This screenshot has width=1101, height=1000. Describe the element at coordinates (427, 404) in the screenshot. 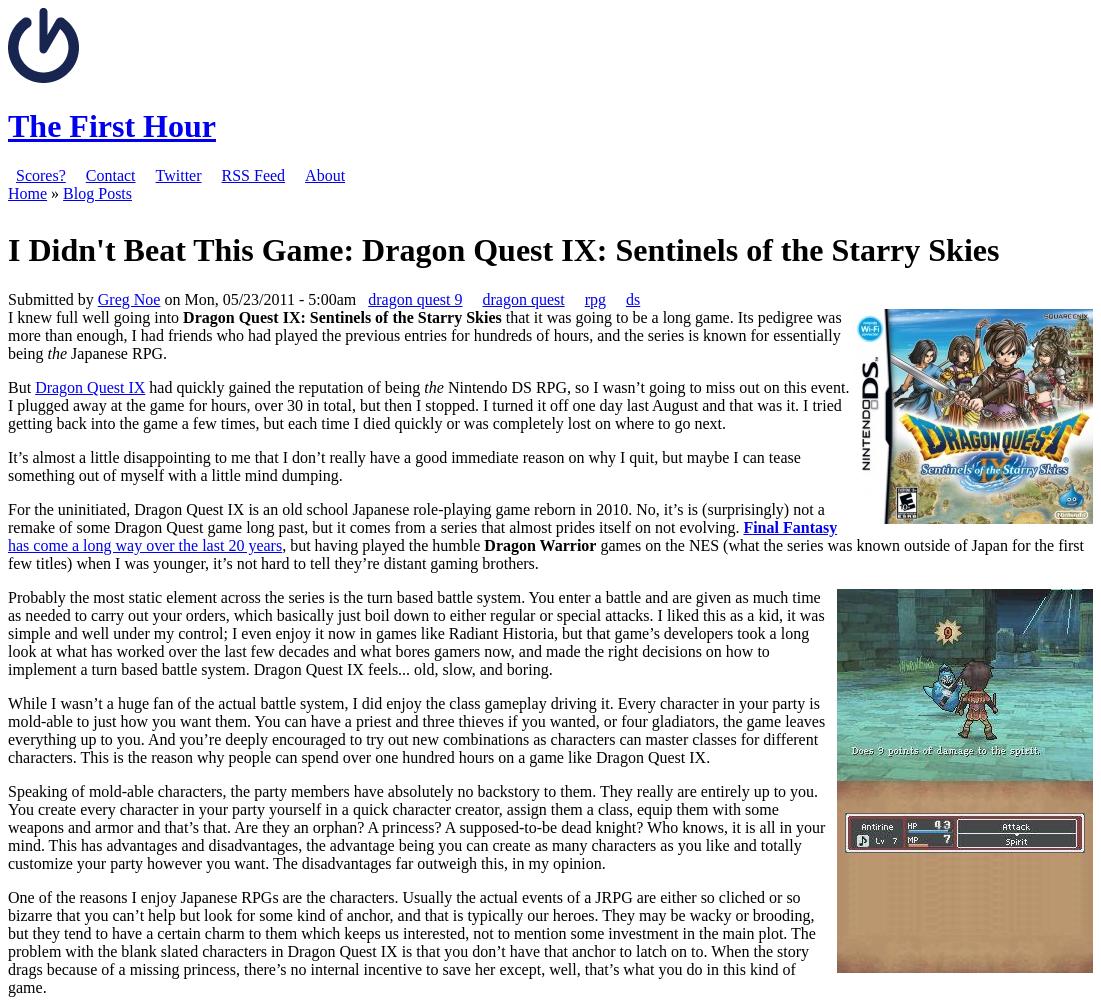

I see `'Nintendo DS RPG, so I wasn’t going to miss out on this event. I plugged 
away at the game for hours, over 30 in total, but then I stopped. I 
turned it off one day last August and that was it. I tried getting back 
into the game a few times, but each time I died quickly or was 
completely lost on where to go next.'` at that location.